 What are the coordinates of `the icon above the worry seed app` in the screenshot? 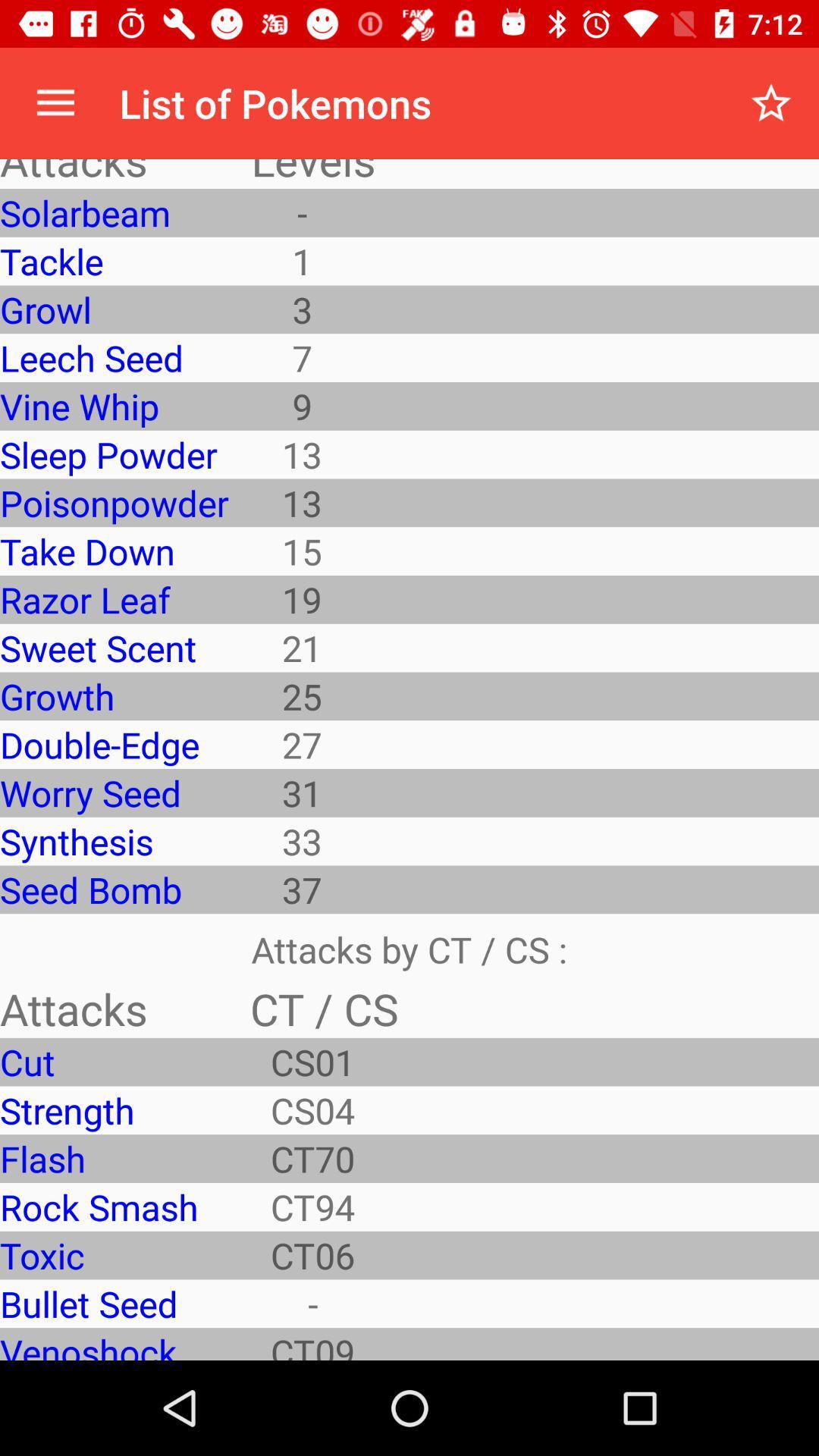 It's located at (113, 745).